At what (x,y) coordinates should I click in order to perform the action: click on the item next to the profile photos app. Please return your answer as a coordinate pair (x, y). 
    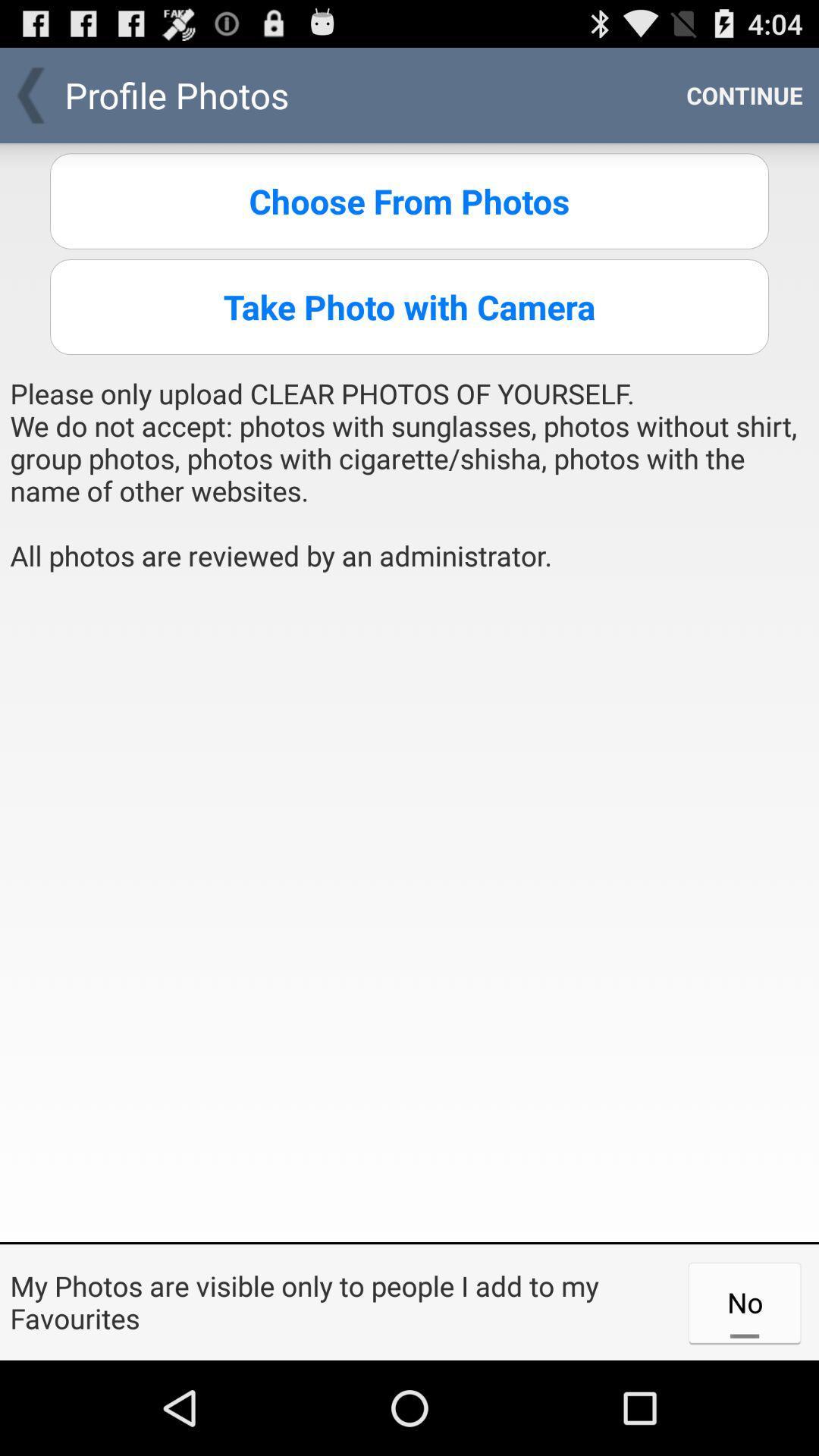
    Looking at the image, I should click on (744, 94).